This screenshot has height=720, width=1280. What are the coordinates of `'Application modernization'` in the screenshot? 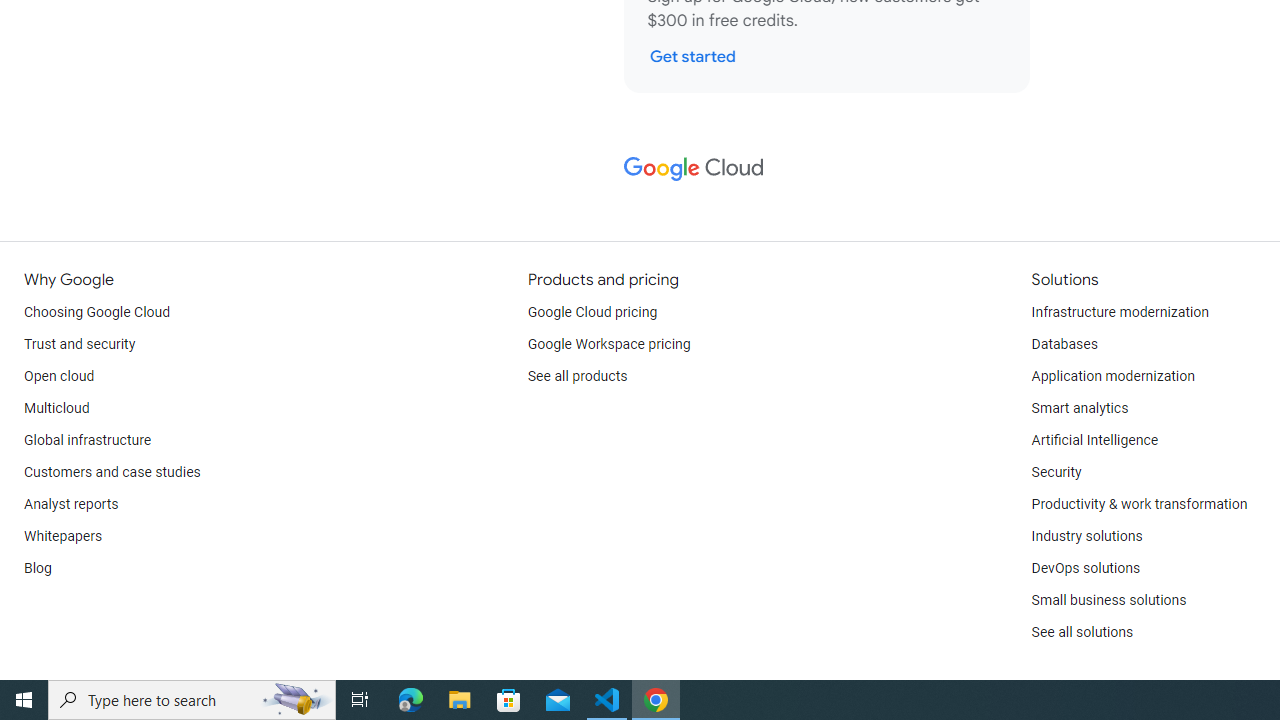 It's located at (1111, 376).